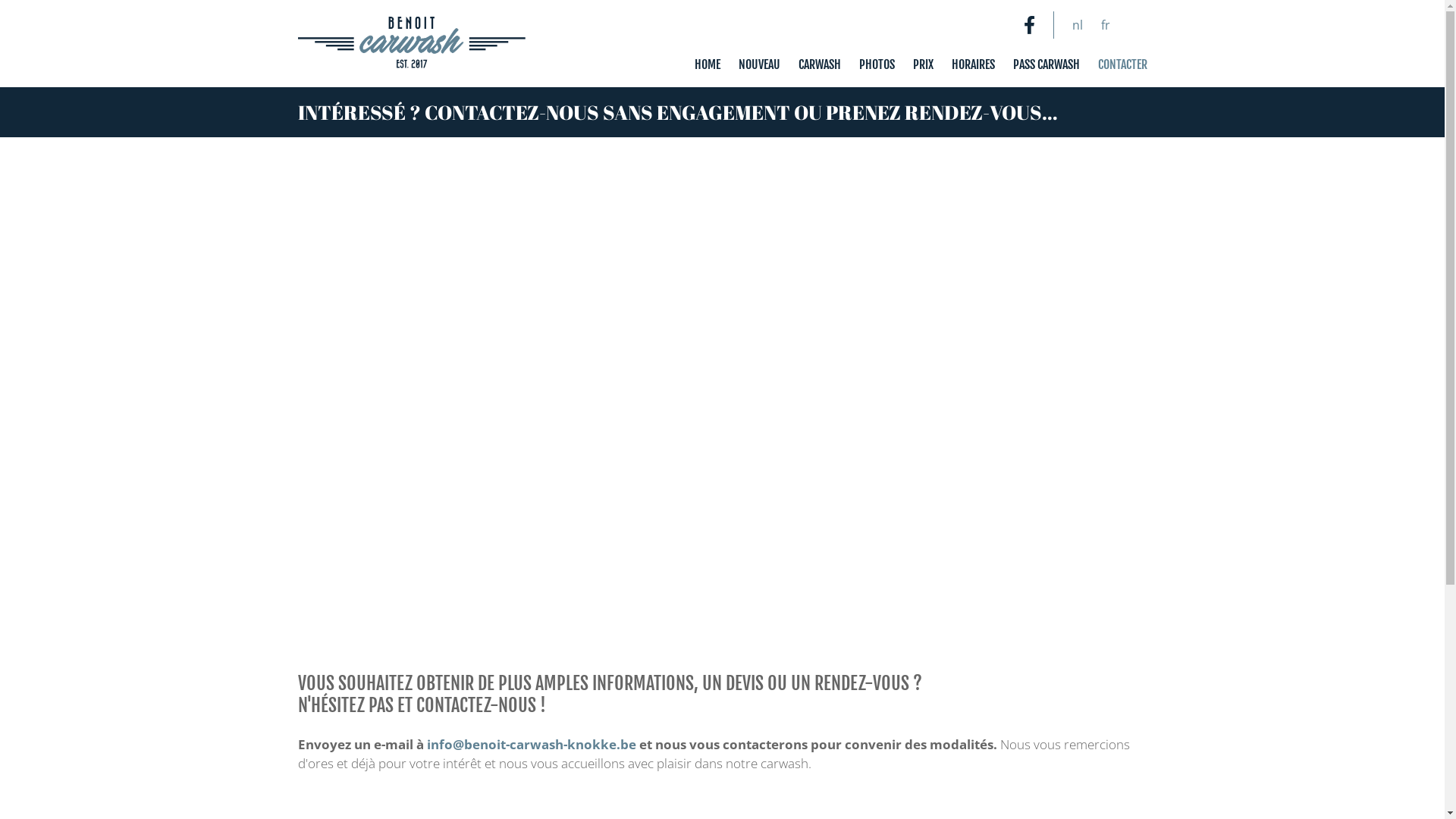 This screenshot has height=819, width=1456. What do you see at coordinates (1076, 25) in the screenshot?
I see `'nl'` at bounding box center [1076, 25].